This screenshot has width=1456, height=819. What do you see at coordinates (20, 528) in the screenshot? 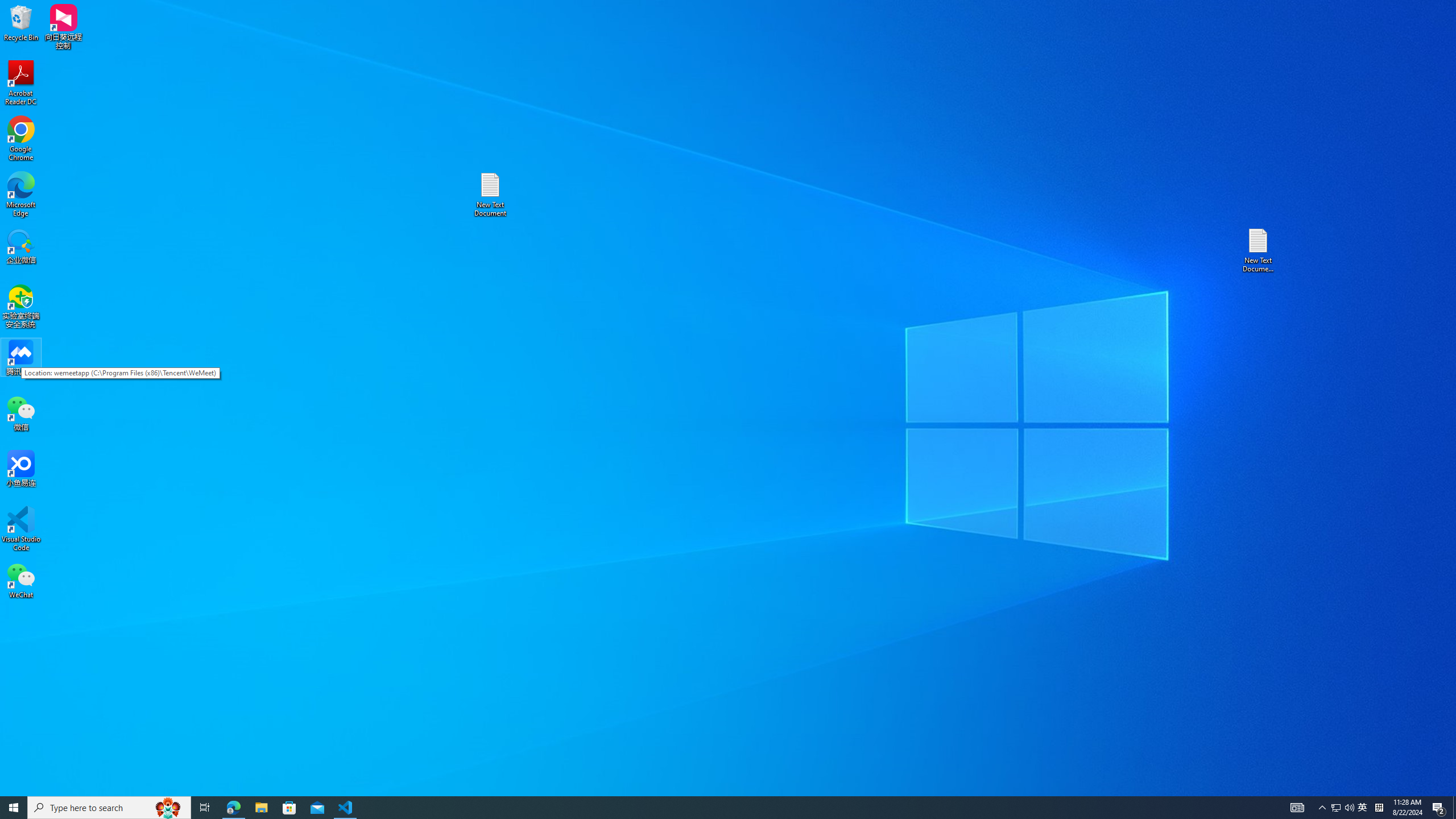
I see `'Visual Studio Code'` at bounding box center [20, 528].